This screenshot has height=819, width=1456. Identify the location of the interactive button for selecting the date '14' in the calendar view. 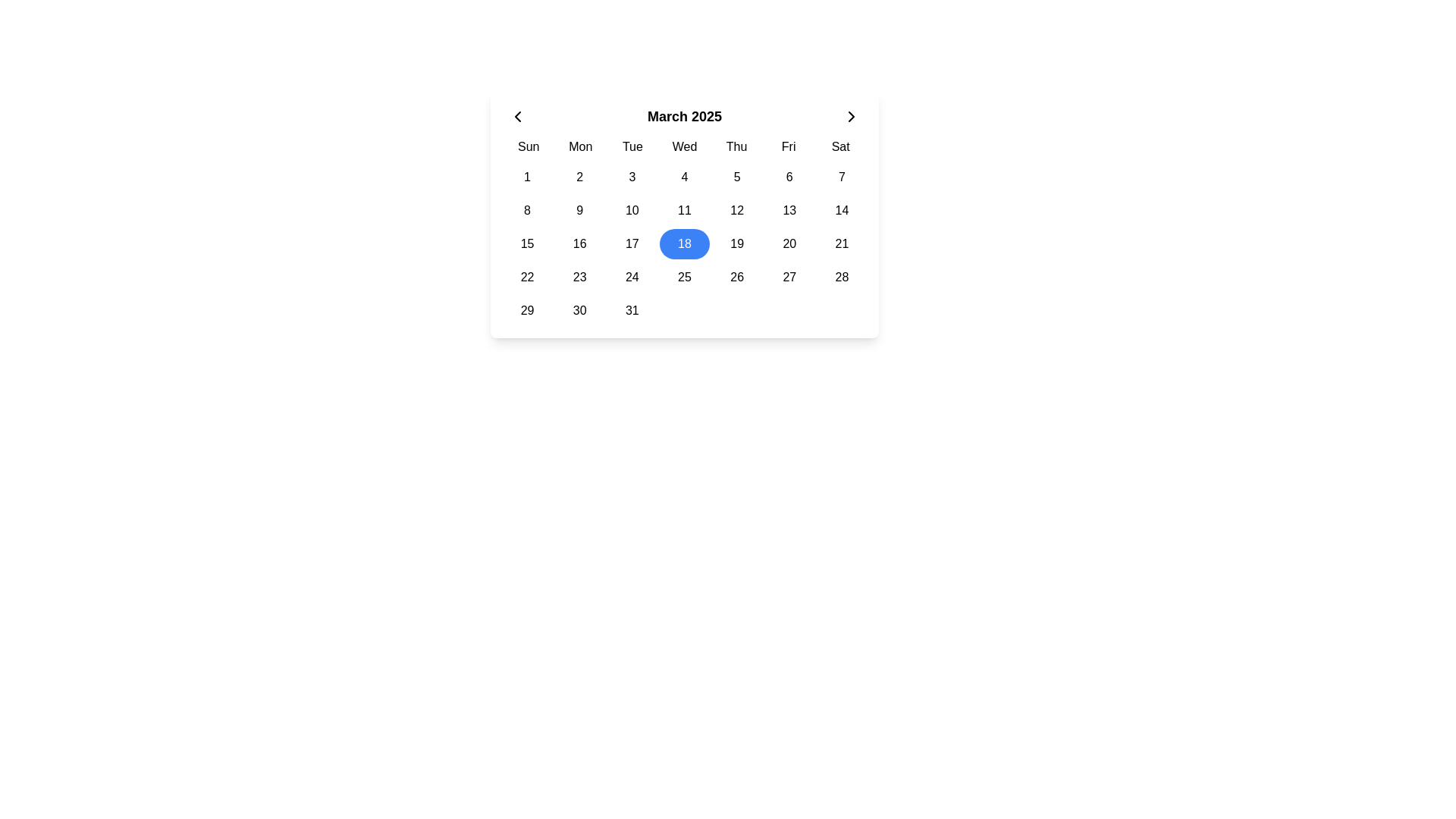
(841, 210).